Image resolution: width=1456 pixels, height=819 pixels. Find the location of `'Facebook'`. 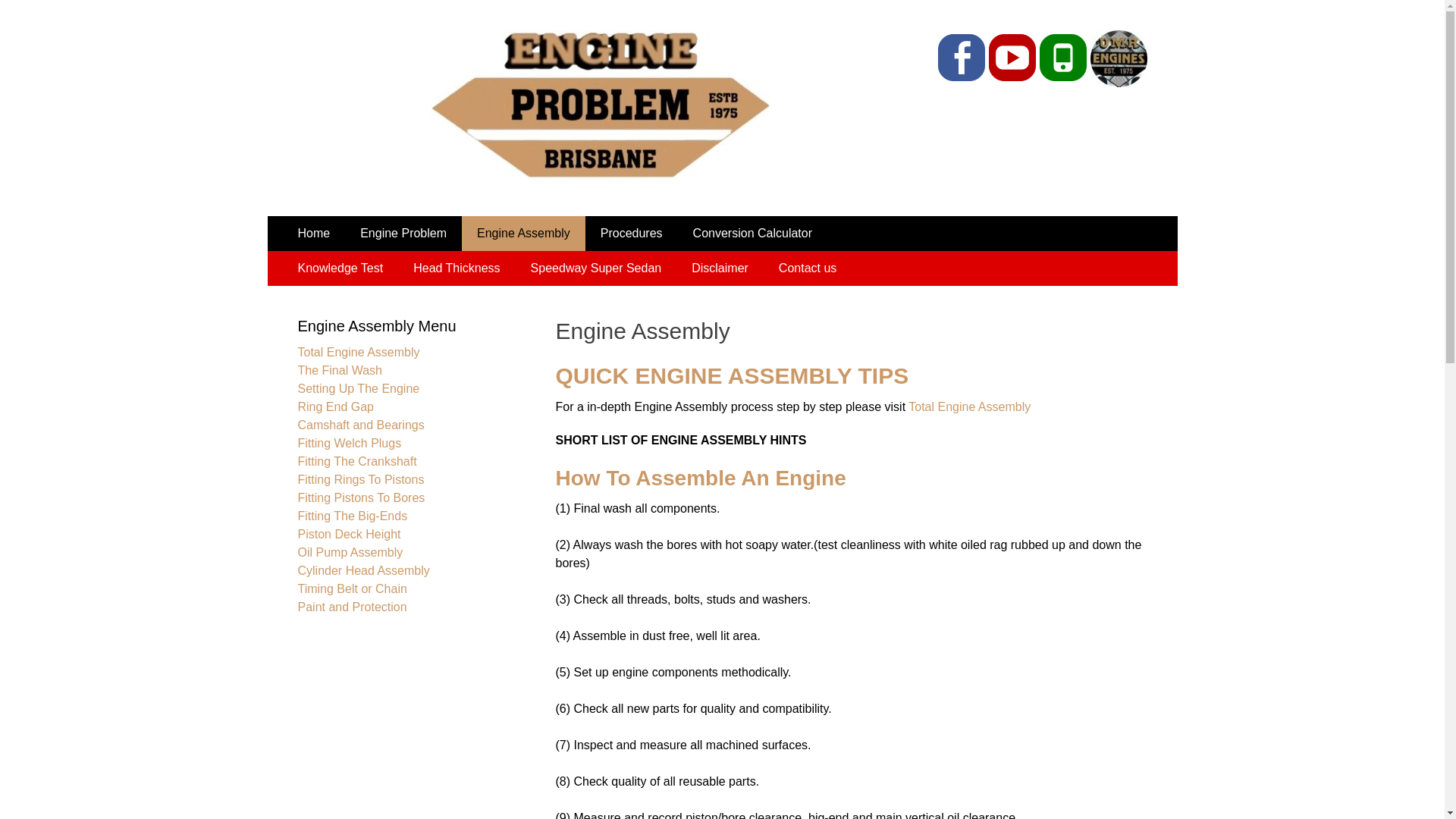

'Facebook' is located at coordinates (960, 57).